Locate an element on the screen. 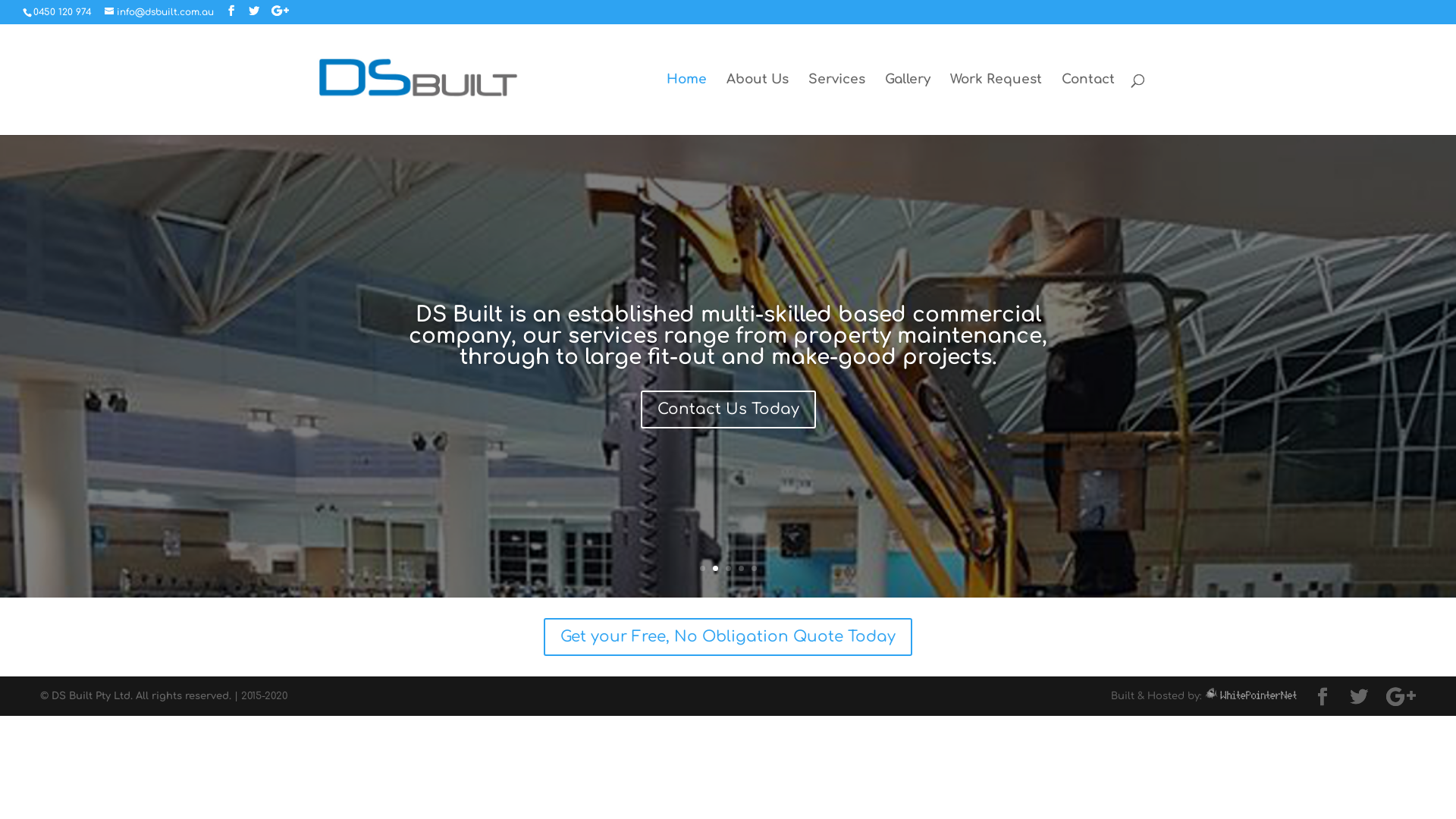  '4' is located at coordinates (739, 568).